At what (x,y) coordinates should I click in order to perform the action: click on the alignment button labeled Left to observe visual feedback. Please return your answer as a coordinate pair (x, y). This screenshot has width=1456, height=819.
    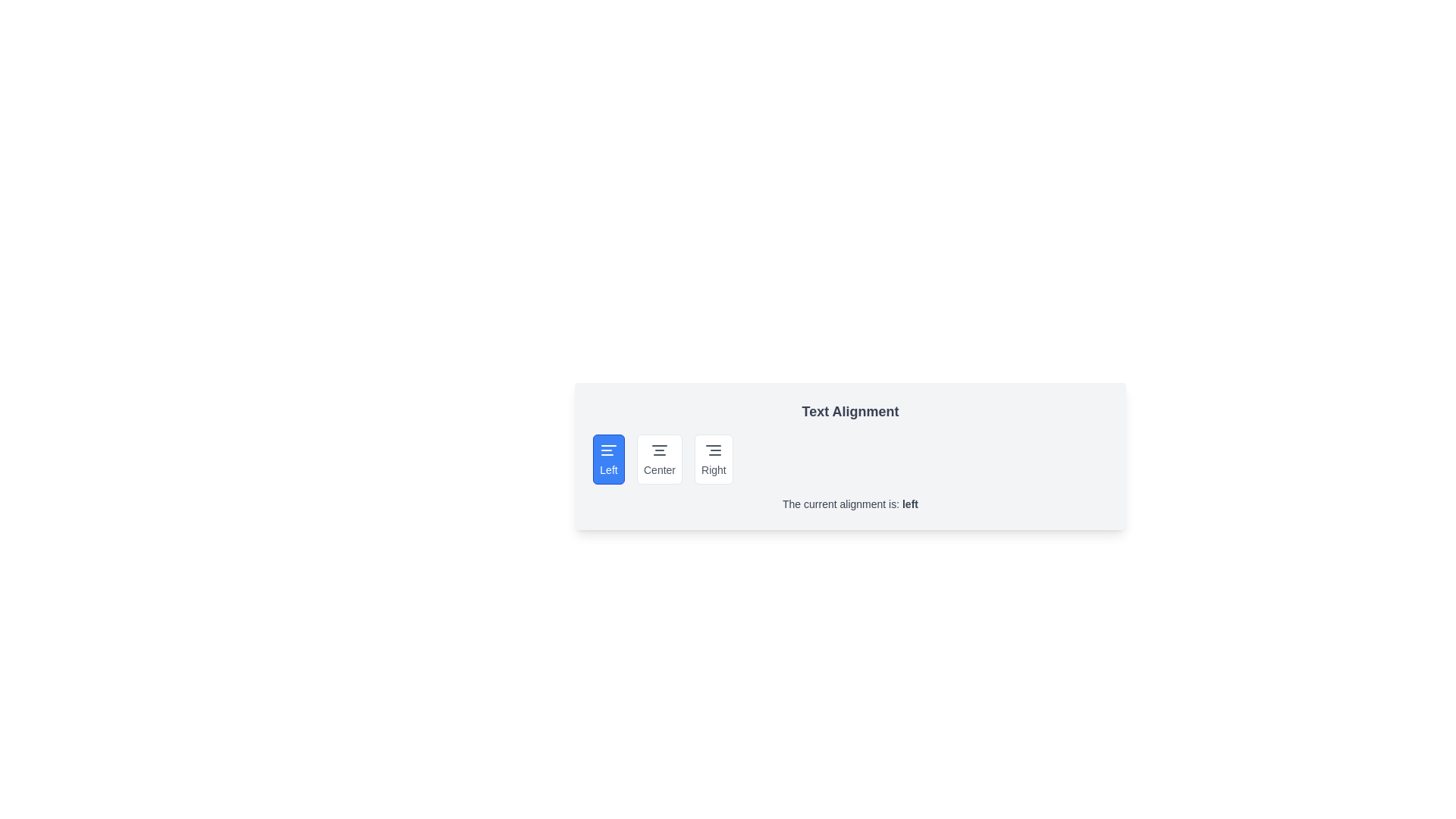
    Looking at the image, I should click on (608, 458).